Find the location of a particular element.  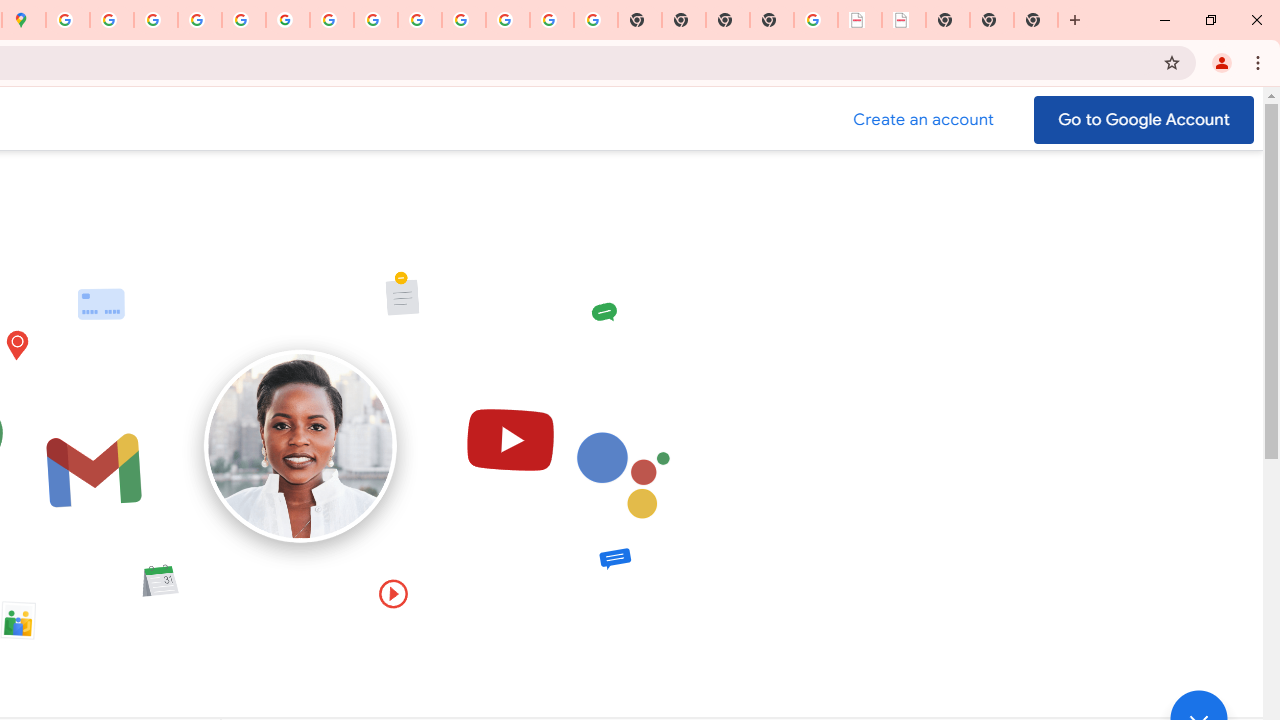

'Privacy Help Center - Policies Help' is located at coordinates (155, 20).